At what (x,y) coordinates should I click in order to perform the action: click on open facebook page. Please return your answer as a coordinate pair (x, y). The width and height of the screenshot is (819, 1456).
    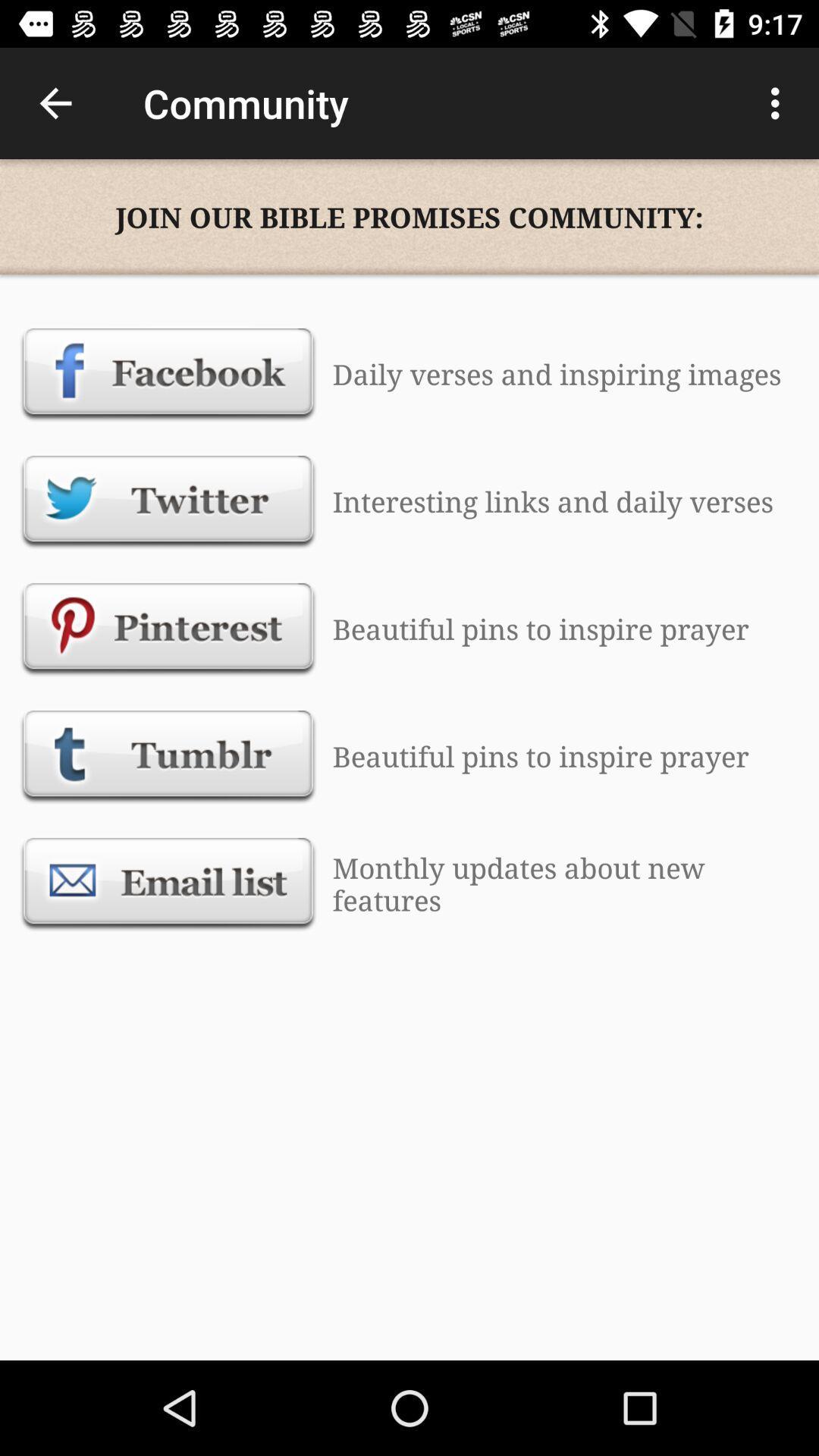
    Looking at the image, I should click on (168, 374).